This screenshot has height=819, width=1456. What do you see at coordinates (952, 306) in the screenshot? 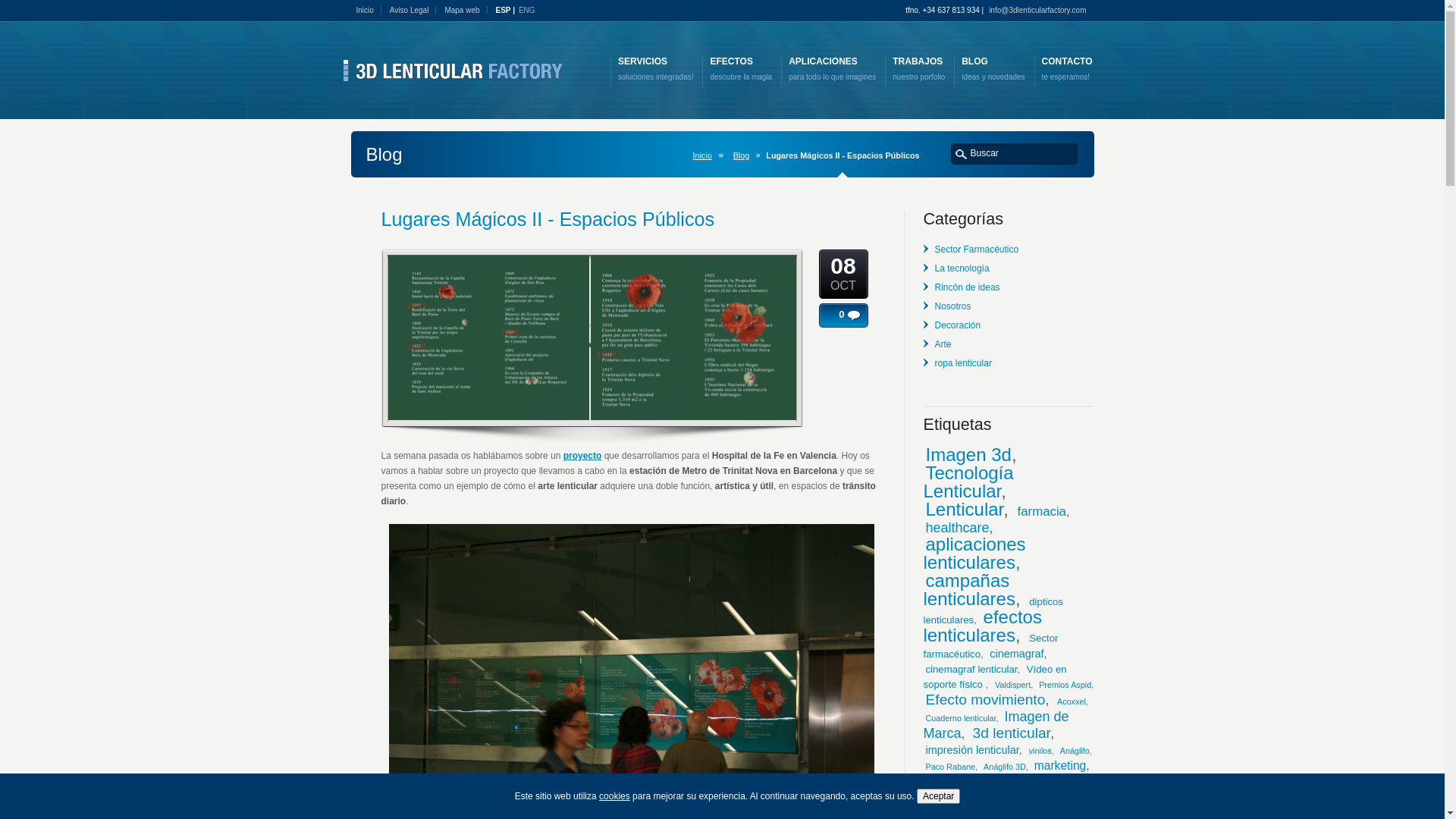
I see `'Nosotros'` at bounding box center [952, 306].